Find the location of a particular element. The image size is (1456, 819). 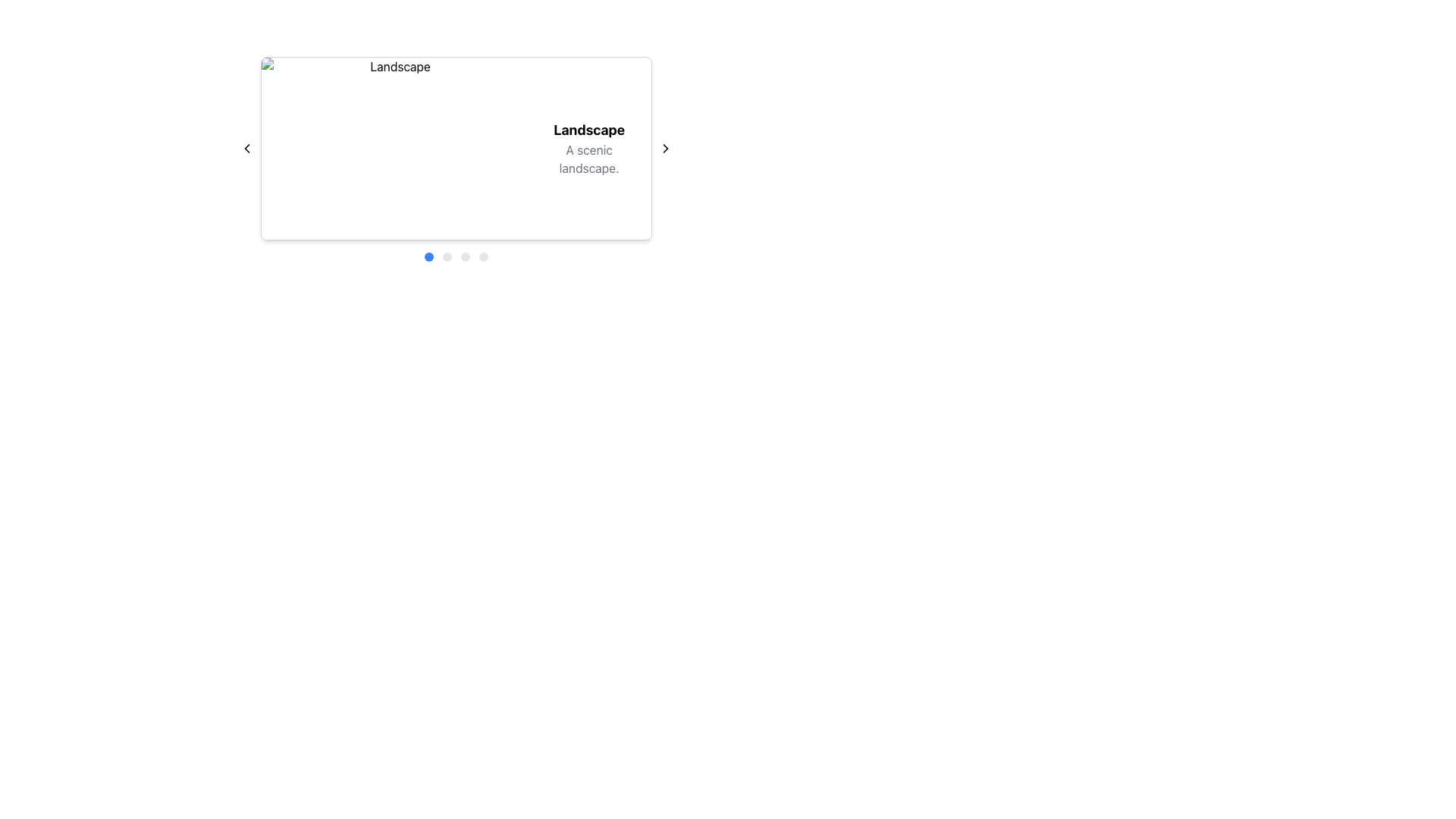

the static text element that states 'A scenic landscape.' located below the title 'Landscape' within the card component is located at coordinates (588, 158).